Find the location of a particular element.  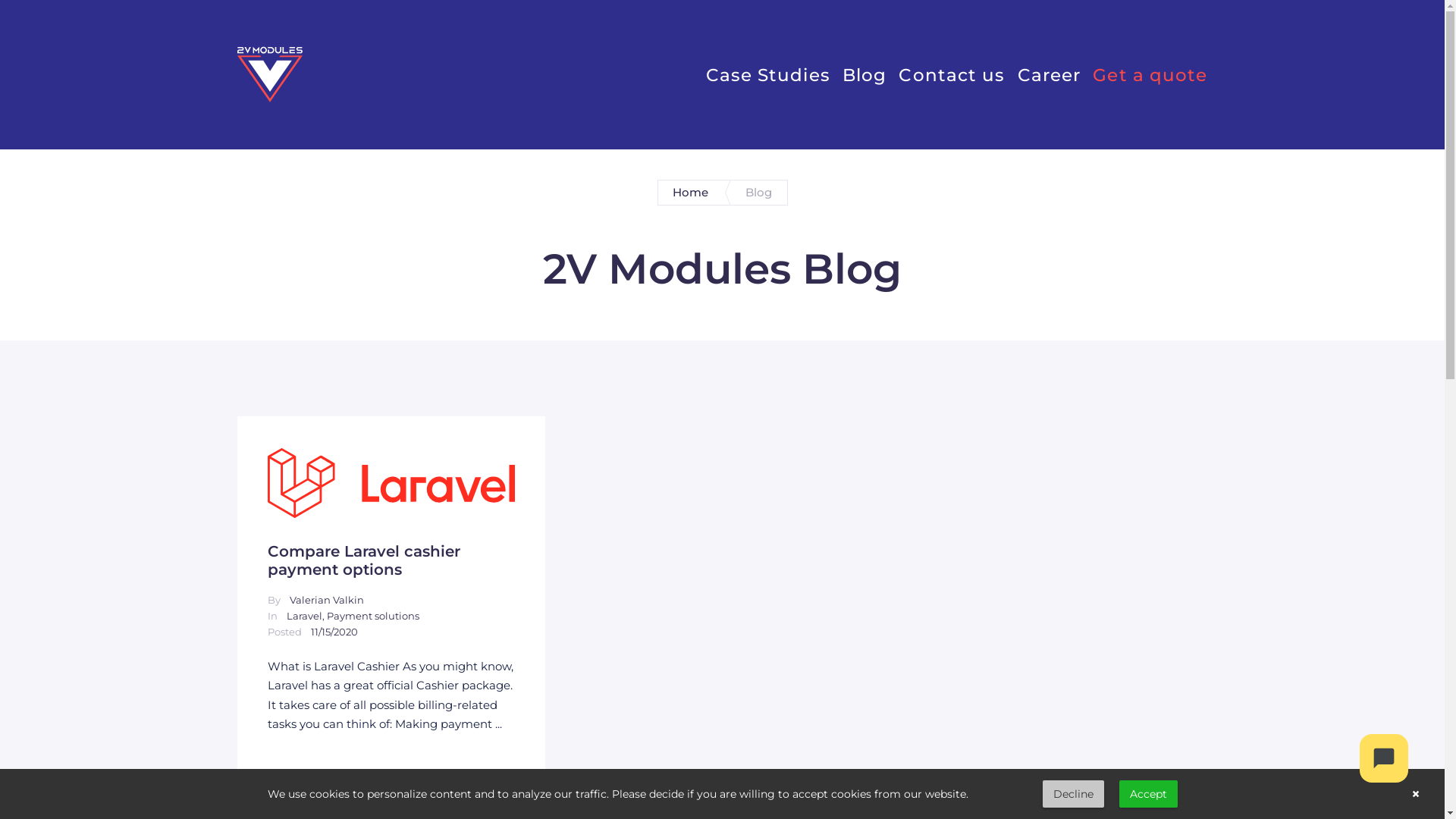

'Case Studies' is located at coordinates (767, 74).